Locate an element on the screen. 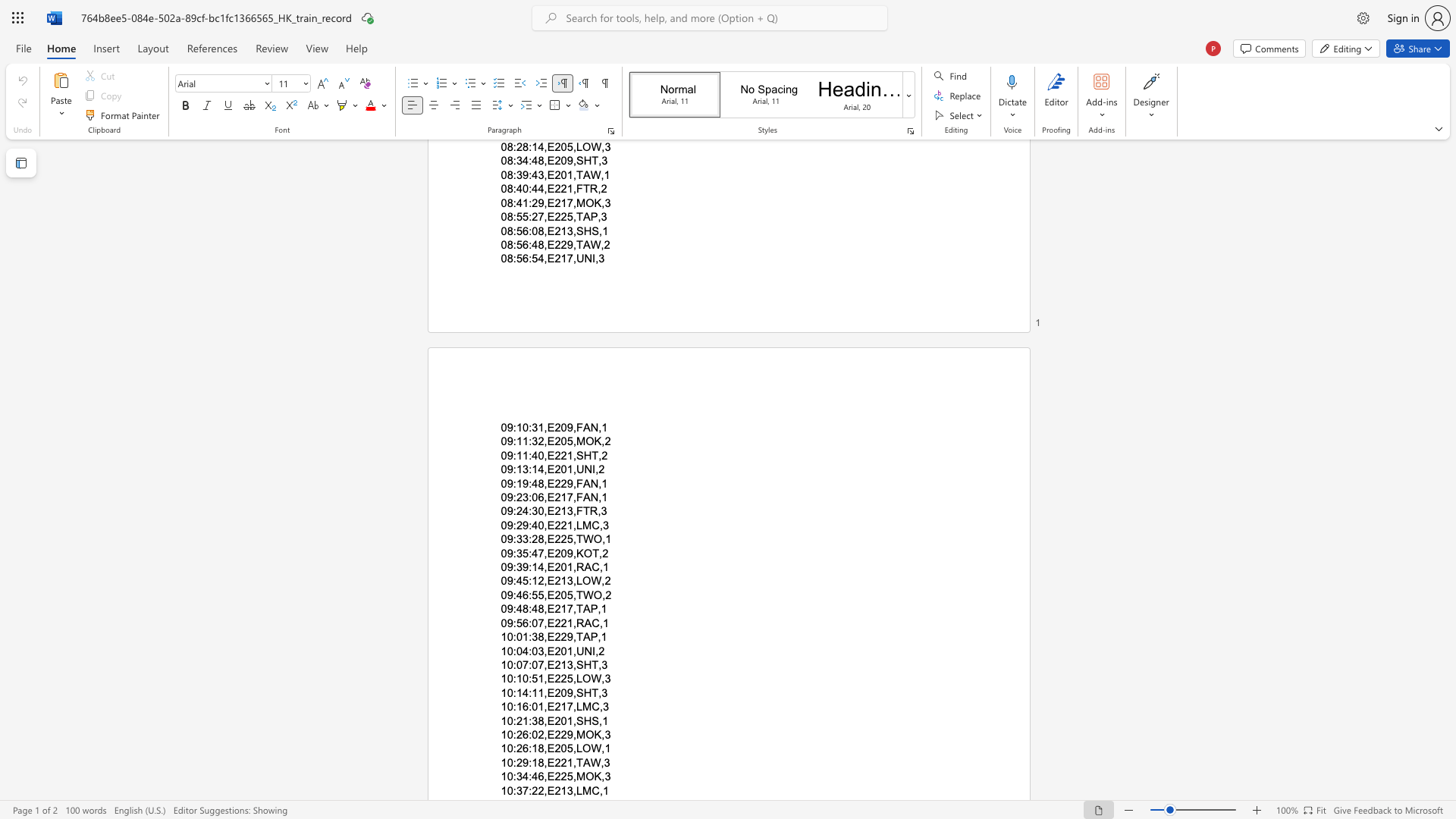 This screenshot has width=1456, height=819. the subset text ":14,E201,RAC" within the text "09:39:14,E201,RAC,1" is located at coordinates (529, 567).